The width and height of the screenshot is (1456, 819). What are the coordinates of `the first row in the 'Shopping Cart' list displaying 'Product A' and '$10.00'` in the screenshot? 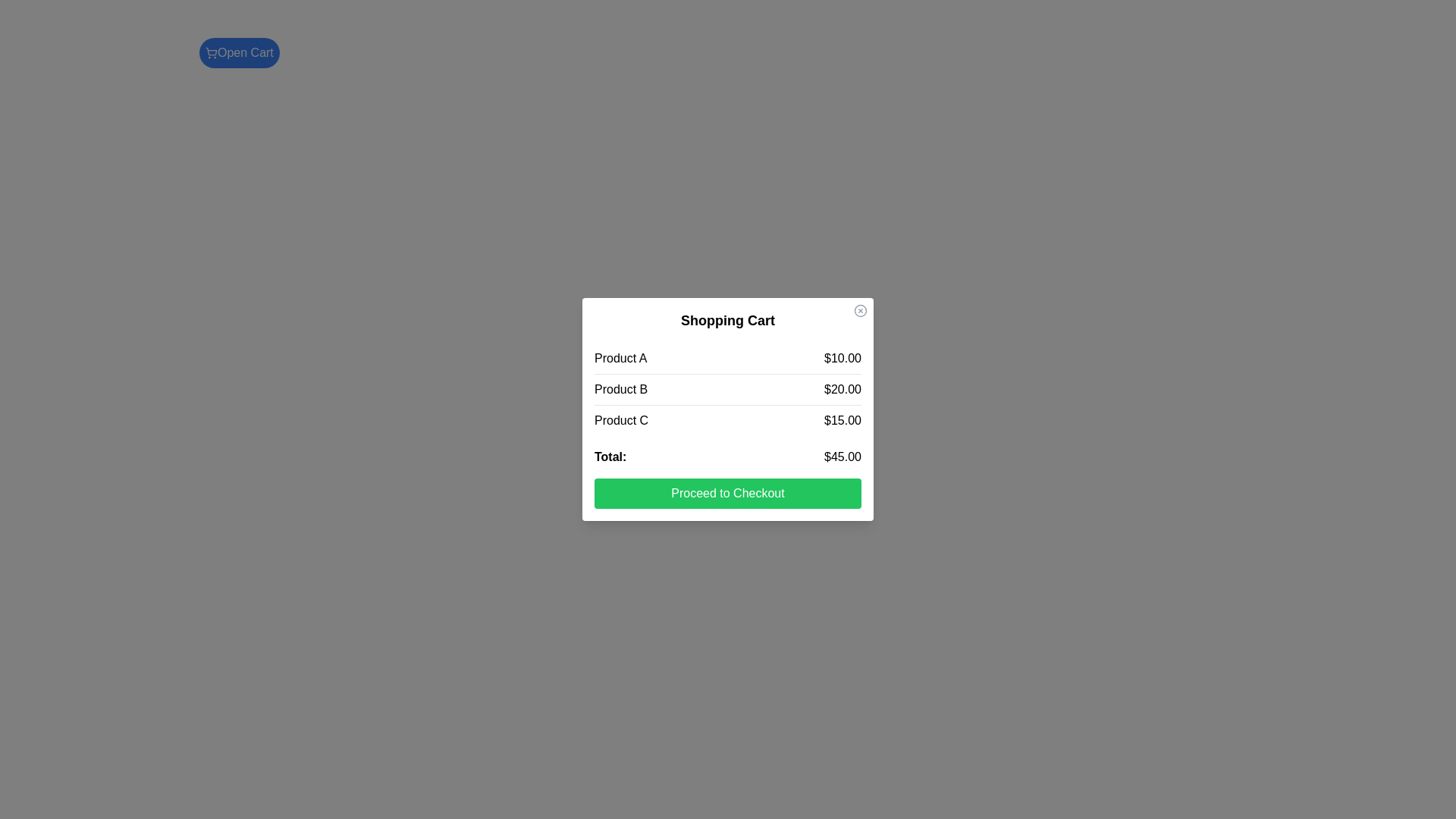 It's located at (728, 359).